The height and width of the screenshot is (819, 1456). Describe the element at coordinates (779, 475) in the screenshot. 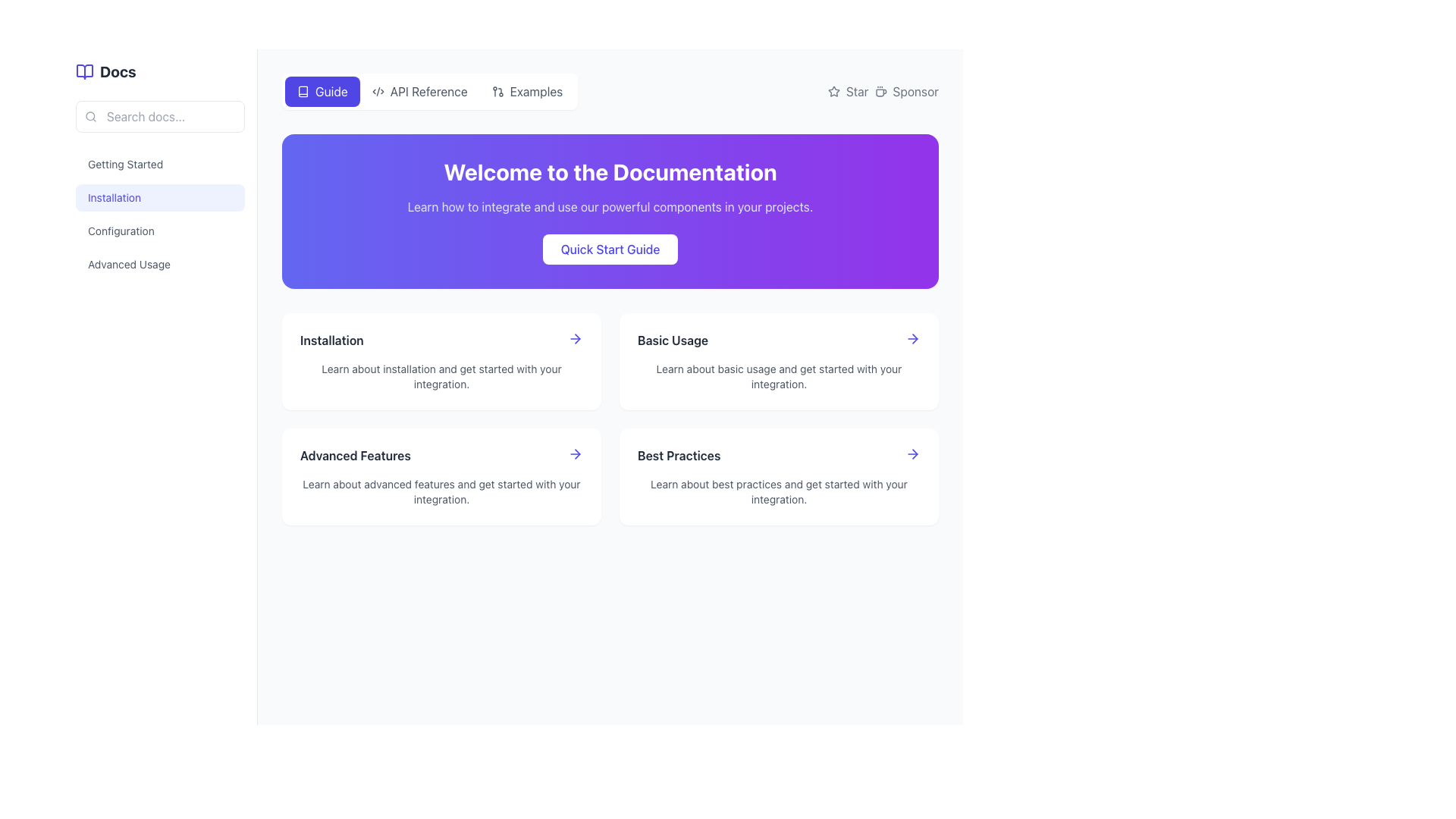

I see `the 'Best Practices' informational card located at the bottom-right of the grid layout` at that location.